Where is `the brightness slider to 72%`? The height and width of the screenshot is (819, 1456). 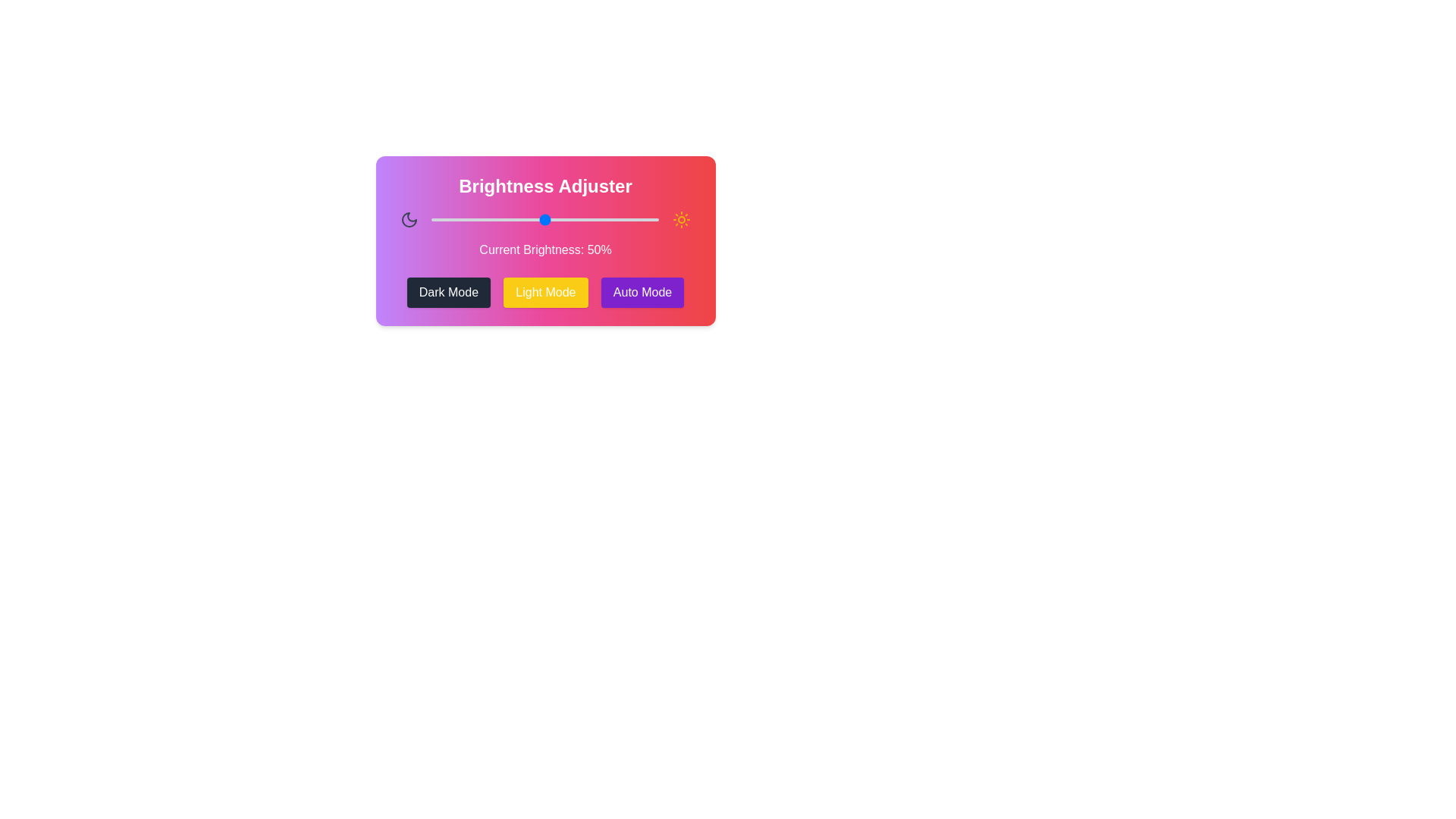 the brightness slider to 72% is located at coordinates (595, 219).